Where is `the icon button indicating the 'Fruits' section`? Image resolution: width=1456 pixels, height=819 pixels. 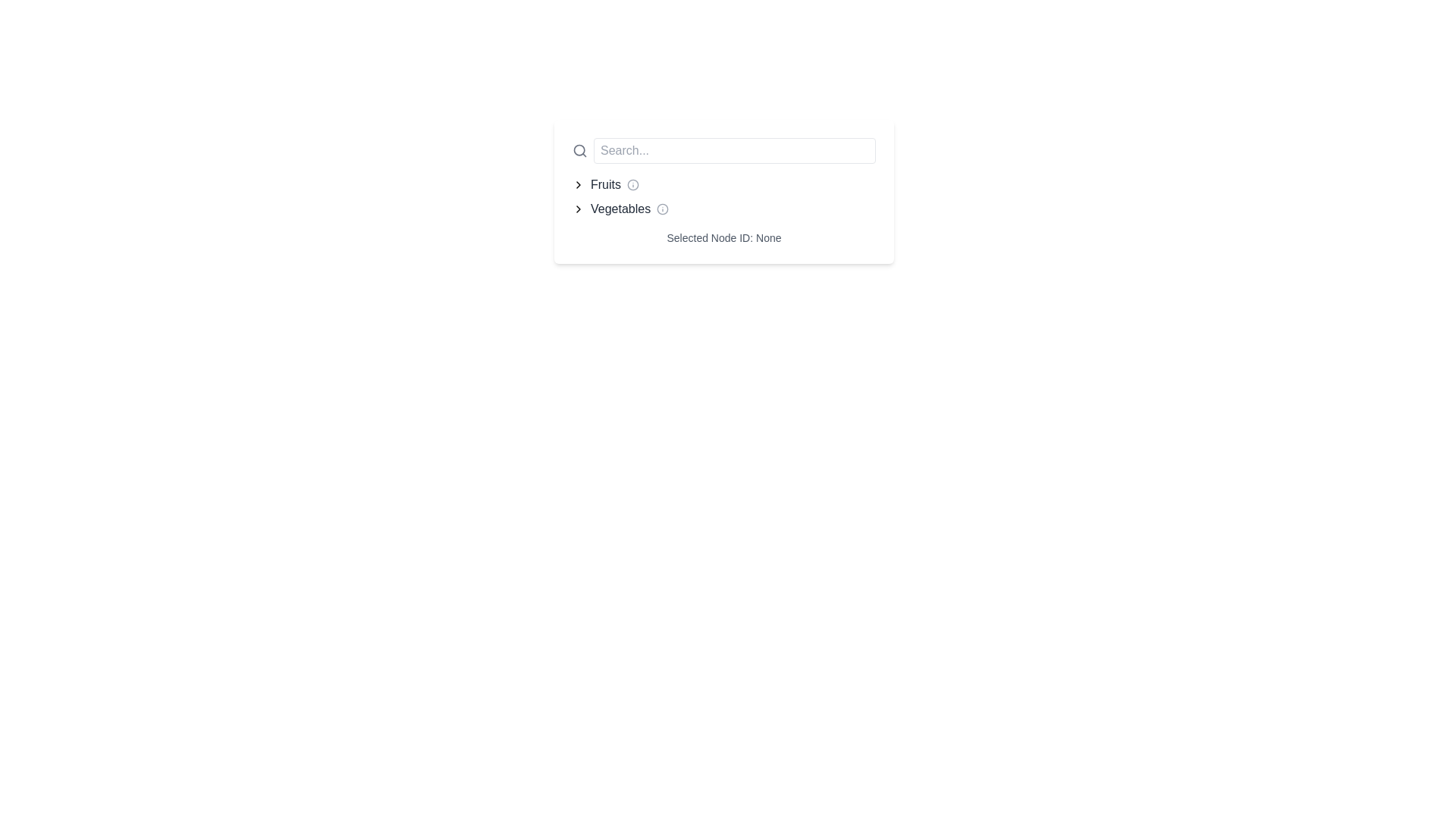
the icon button indicating the 'Fruits' section is located at coordinates (578, 184).